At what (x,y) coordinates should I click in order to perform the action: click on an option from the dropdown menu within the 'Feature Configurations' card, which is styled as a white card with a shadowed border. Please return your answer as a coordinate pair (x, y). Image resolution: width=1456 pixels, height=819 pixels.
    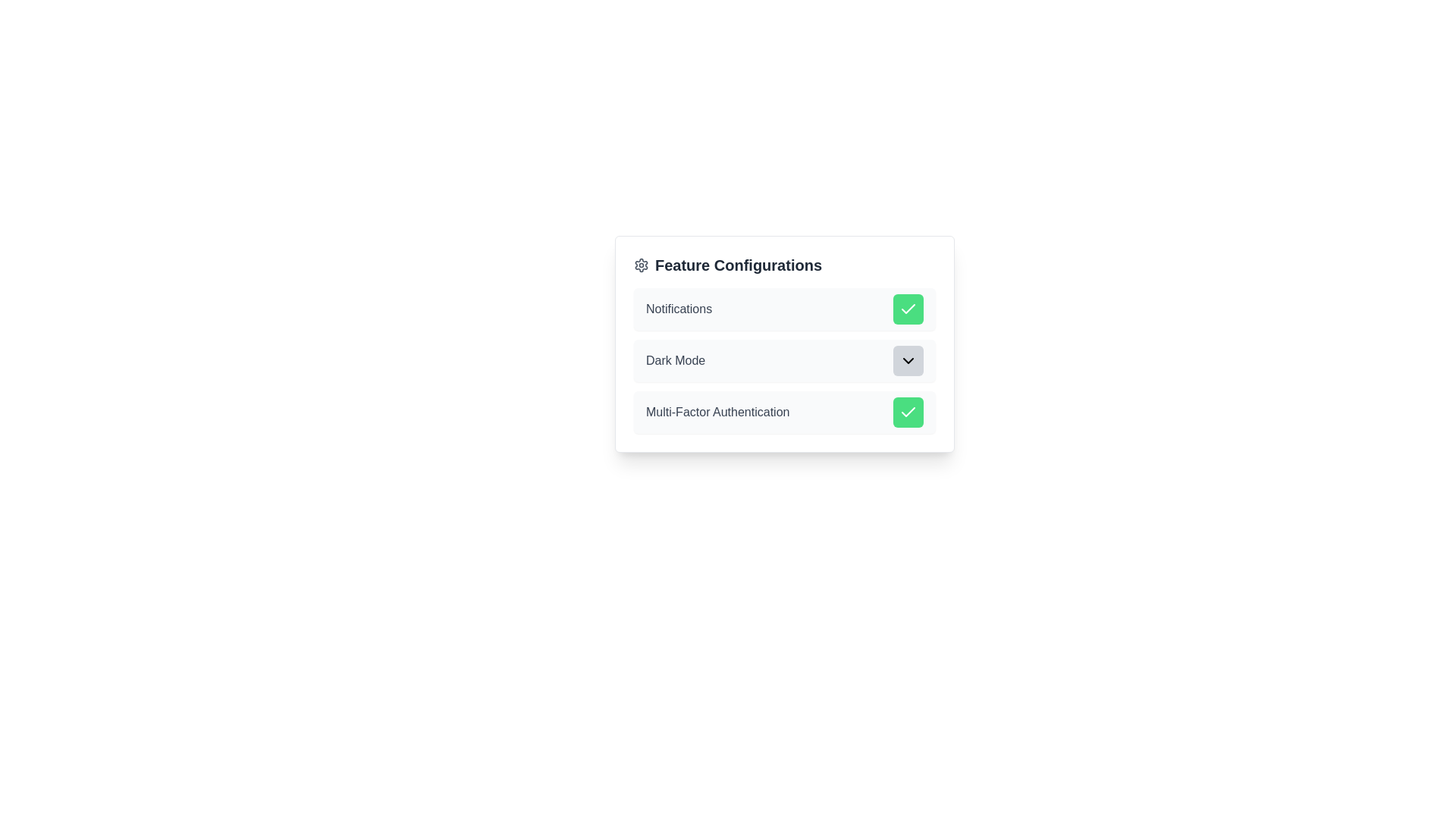
    Looking at the image, I should click on (785, 344).